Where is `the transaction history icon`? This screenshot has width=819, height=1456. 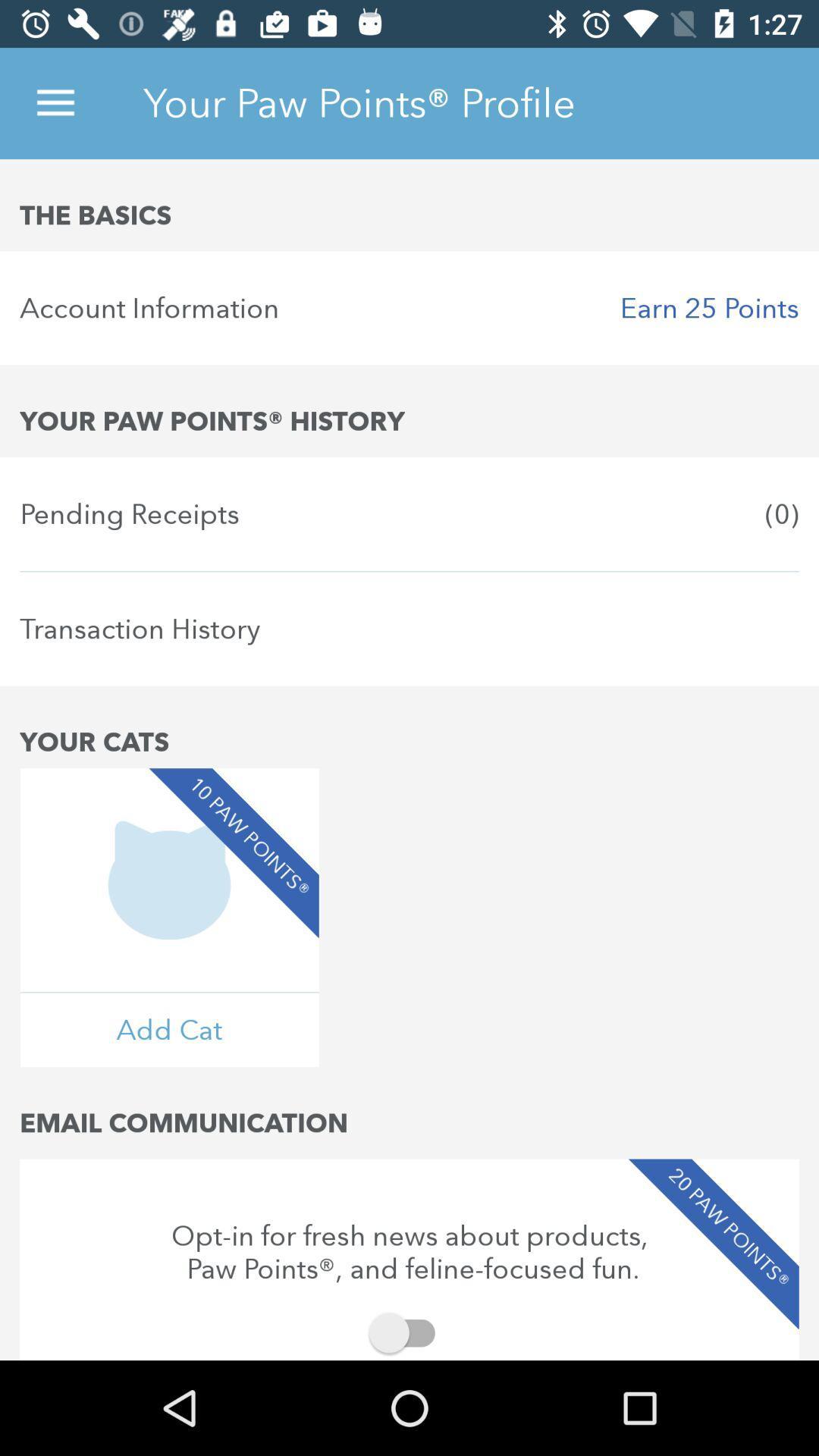
the transaction history icon is located at coordinates (409, 629).